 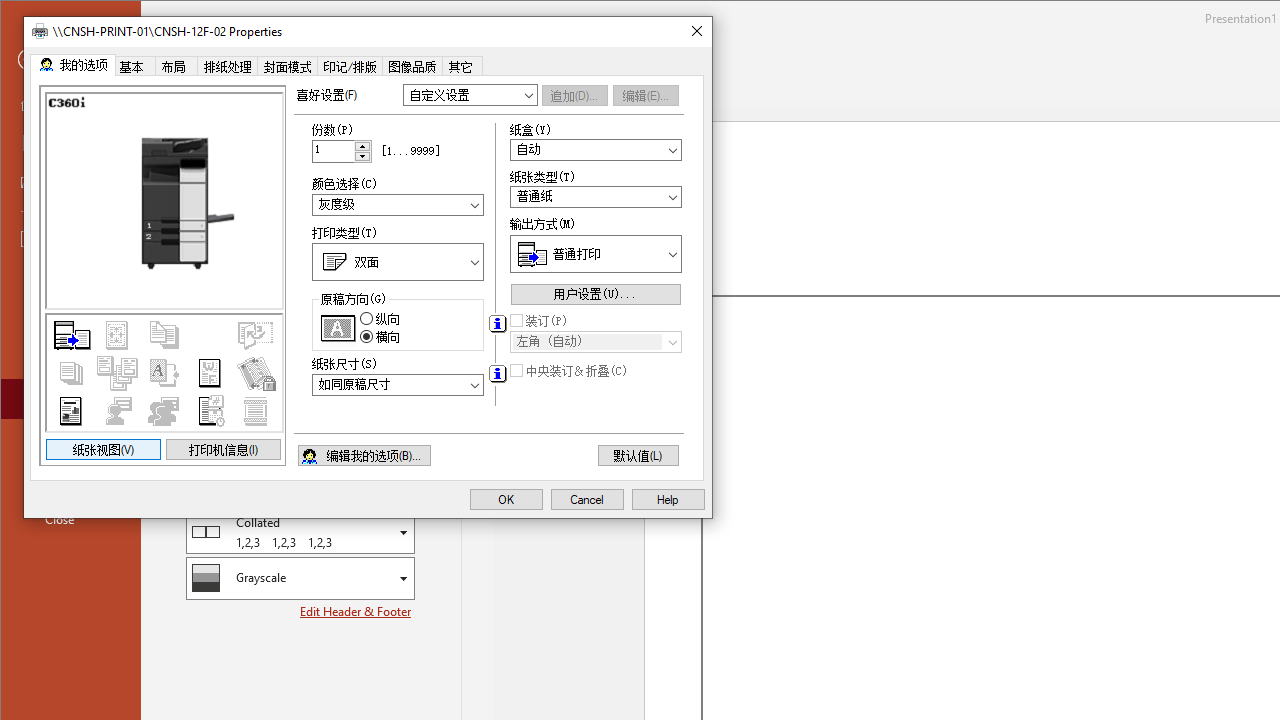 What do you see at coordinates (164, 372) in the screenshot?
I see `'Summary'` at bounding box center [164, 372].